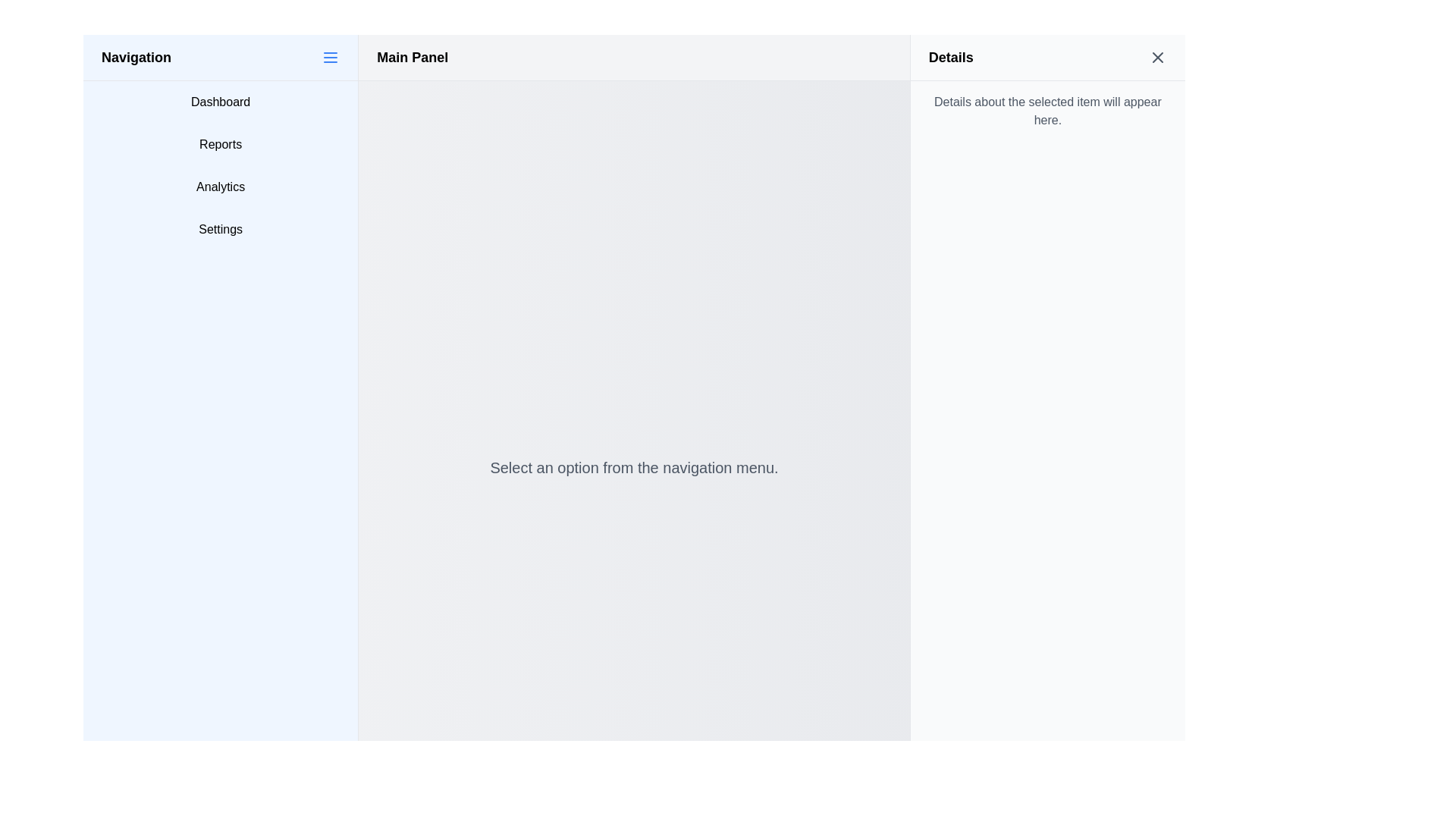 The width and height of the screenshot is (1456, 819). What do you see at coordinates (220, 230) in the screenshot?
I see `the 'Settings' menu option, which is the fourth item in the vertical navigation list, displayed in bold black lettering on a light background` at bounding box center [220, 230].